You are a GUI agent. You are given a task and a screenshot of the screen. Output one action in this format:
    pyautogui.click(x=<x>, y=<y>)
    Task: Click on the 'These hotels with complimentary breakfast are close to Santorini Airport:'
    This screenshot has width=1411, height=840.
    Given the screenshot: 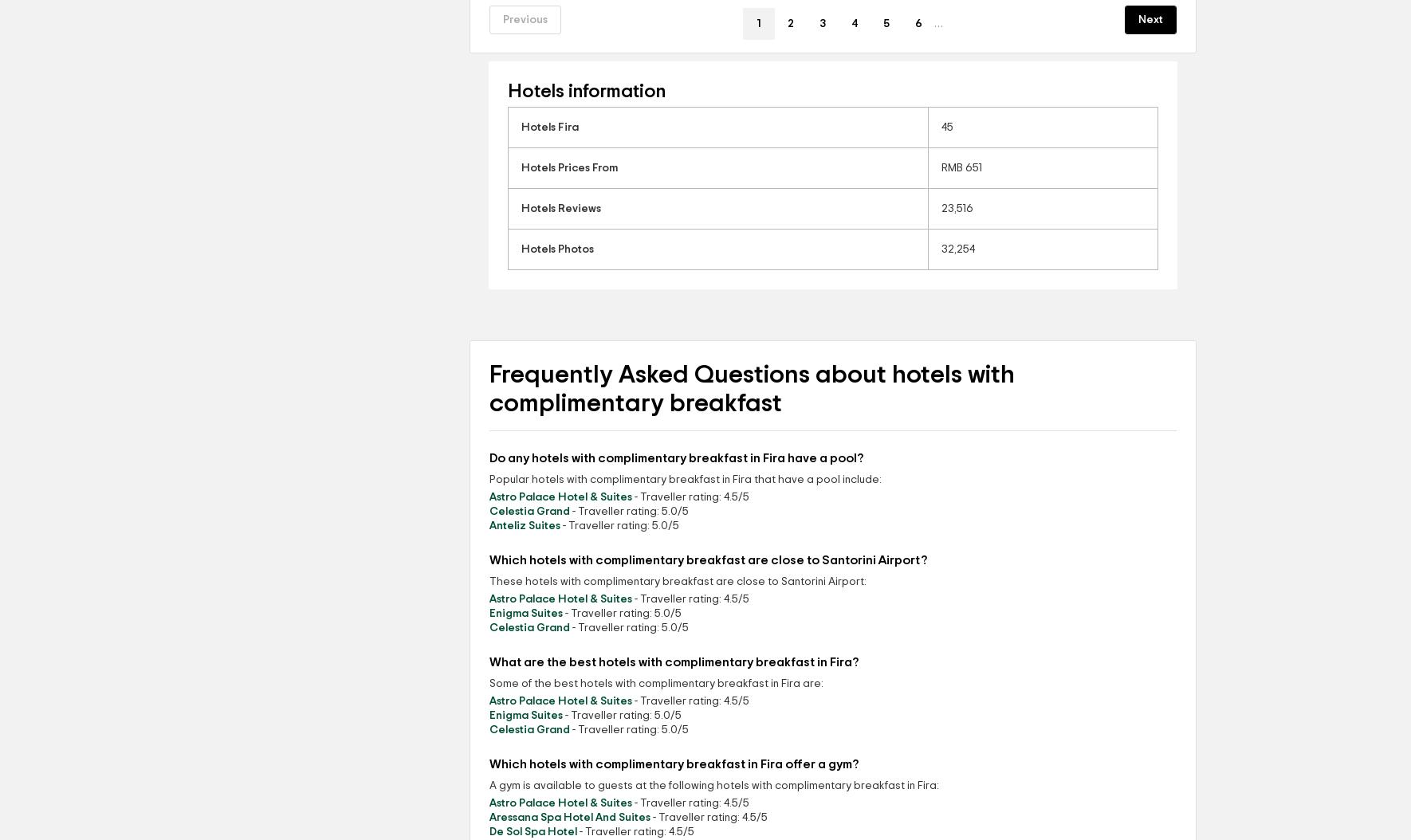 What is the action you would take?
    pyautogui.click(x=678, y=581)
    